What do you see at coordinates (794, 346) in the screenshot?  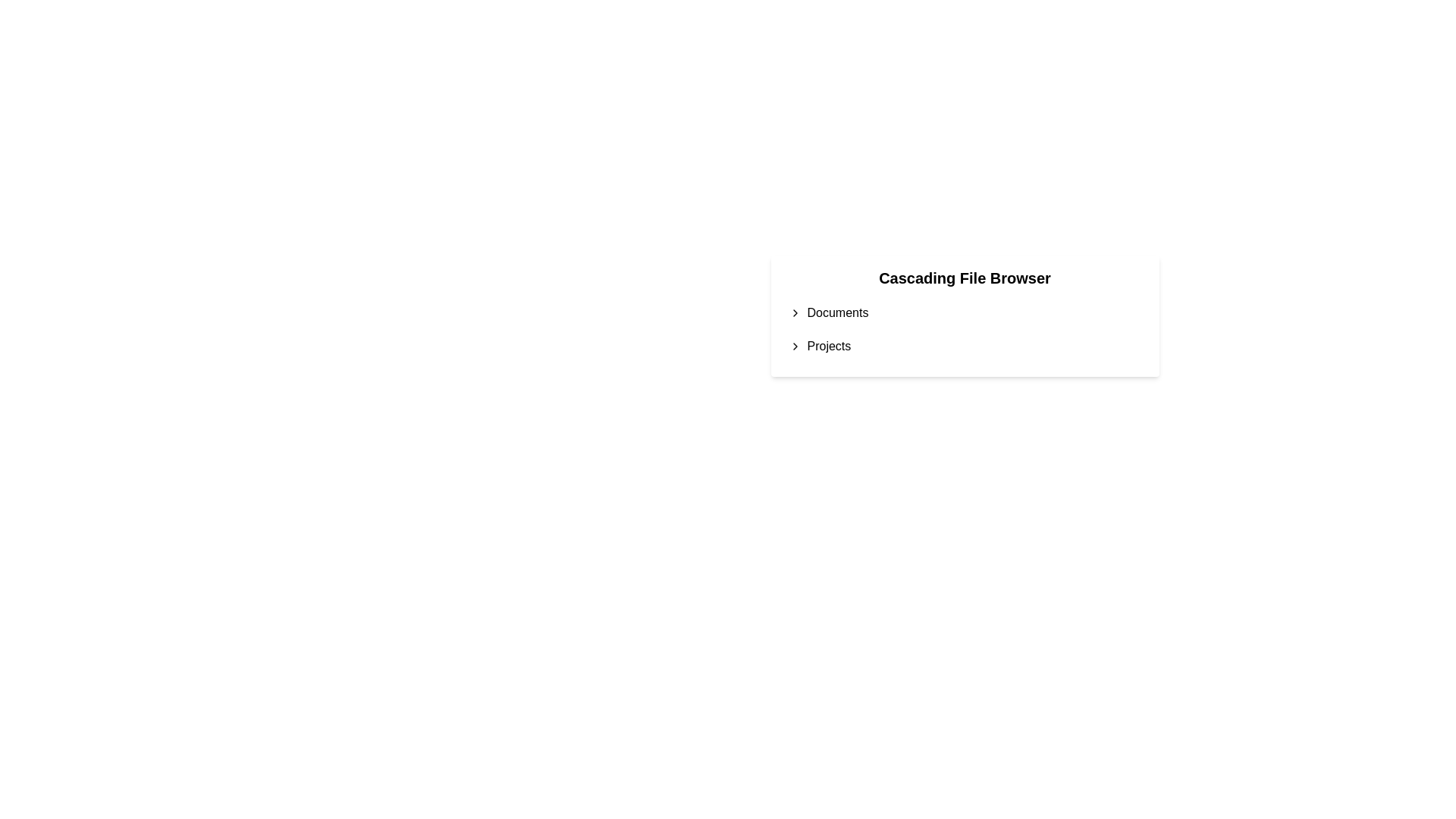 I see `the behavior of the small right-pointing chevron icon adjacent to the text 'Projects'` at bounding box center [794, 346].